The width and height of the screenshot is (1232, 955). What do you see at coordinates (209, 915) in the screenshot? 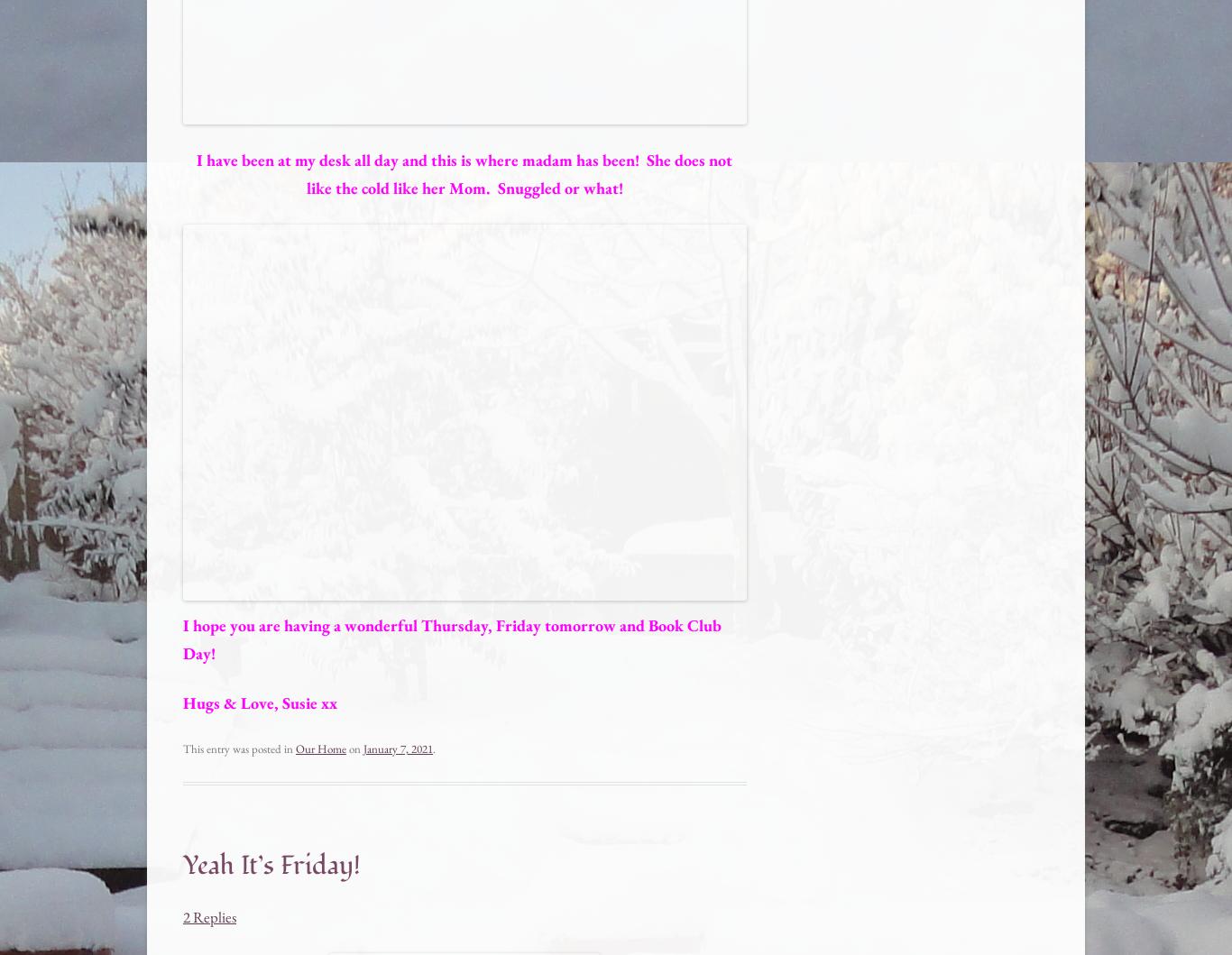
I see `'2 Replies'` at bounding box center [209, 915].